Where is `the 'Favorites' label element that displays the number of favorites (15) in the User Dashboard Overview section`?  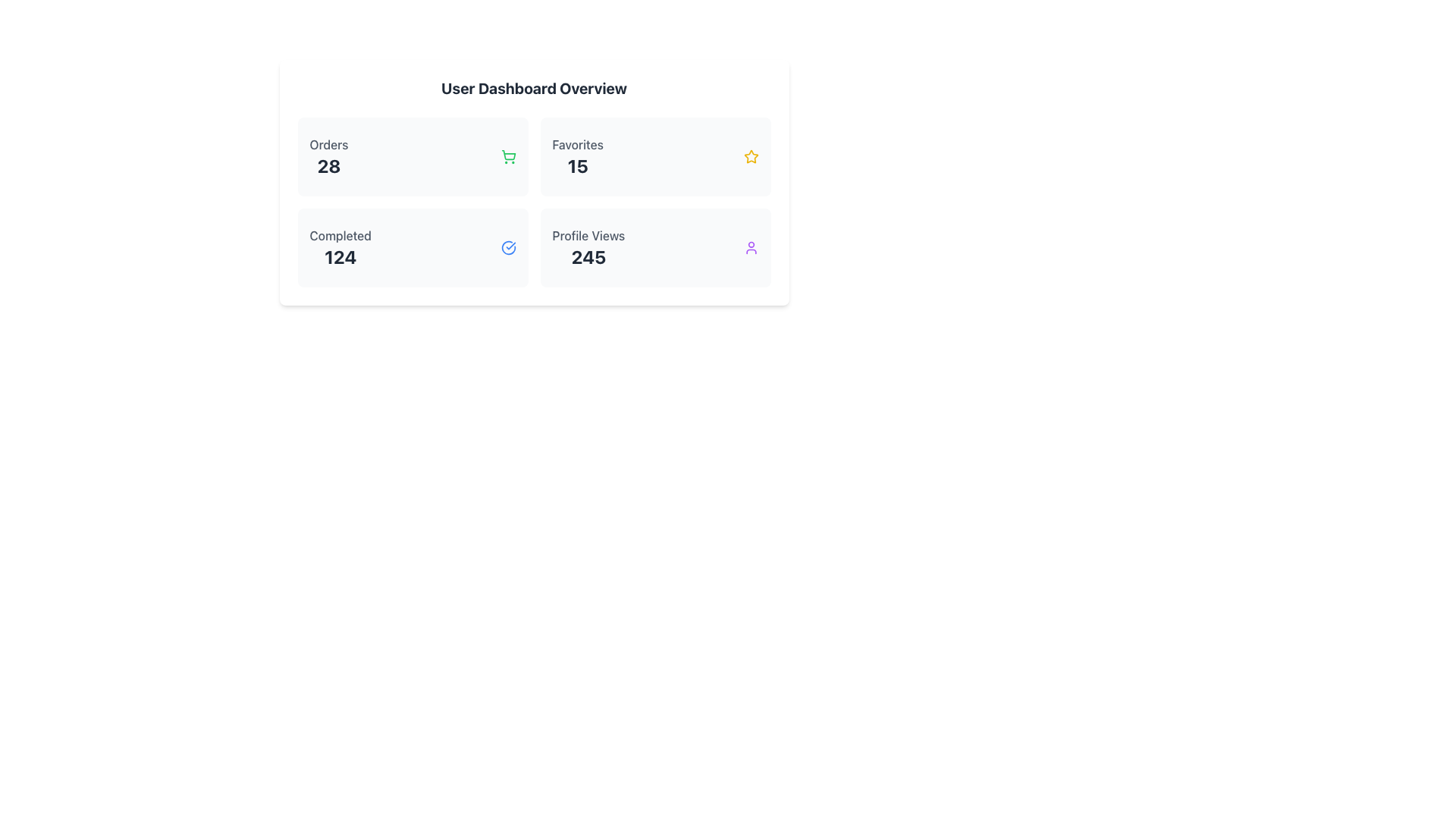
the 'Favorites' label element that displays the number of favorites (15) in the User Dashboard Overview section is located at coordinates (577, 157).